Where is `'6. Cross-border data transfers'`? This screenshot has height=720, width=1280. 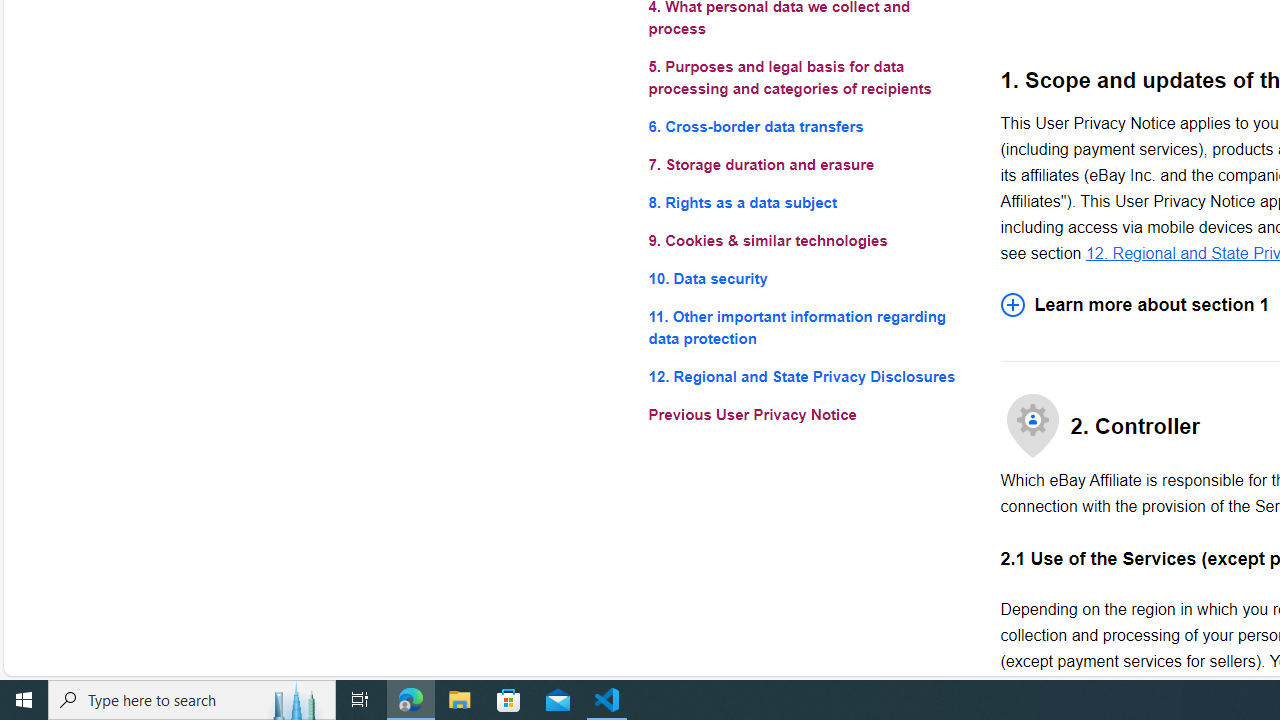 '6. Cross-border data transfers' is located at coordinates (808, 126).